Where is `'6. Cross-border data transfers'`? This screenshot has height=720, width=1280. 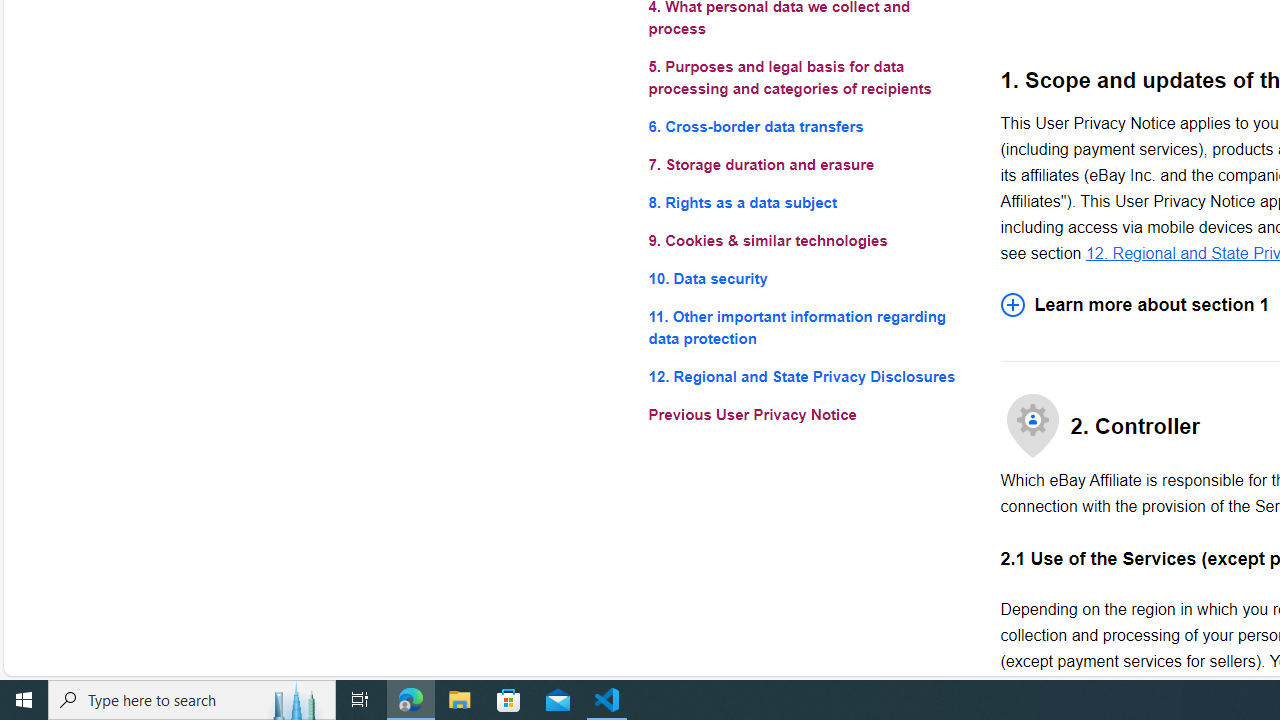 '6. Cross-border data transfers' is located at coordinates (808, 126).